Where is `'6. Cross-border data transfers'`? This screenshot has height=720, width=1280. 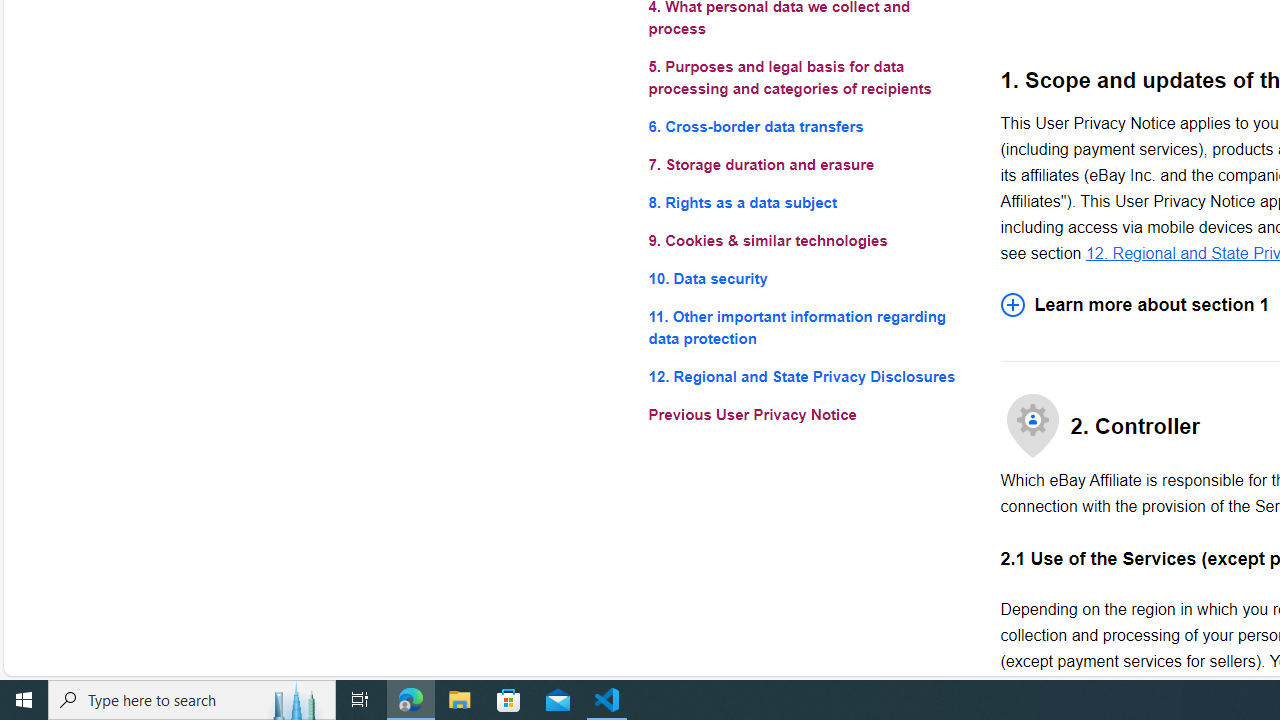 '6. Cross-border data transfers' is located at coordinates (808, 126).